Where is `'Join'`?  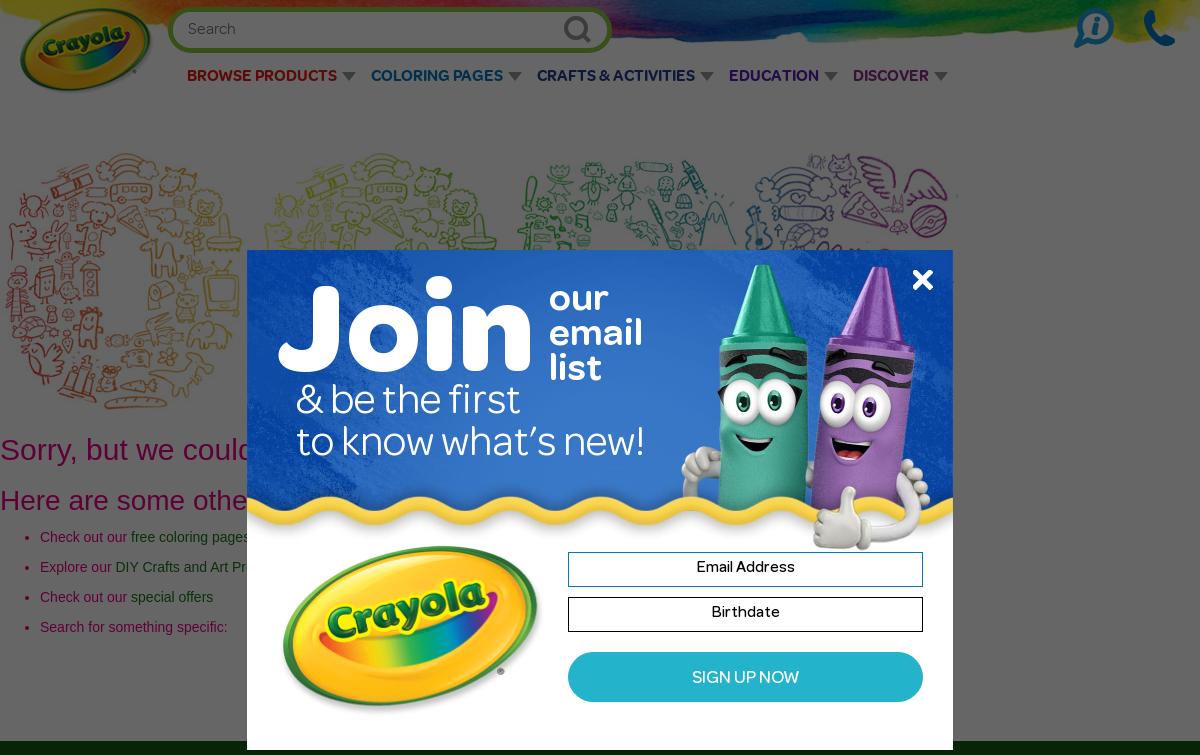 'Join' is located at coordinates (405, 343).